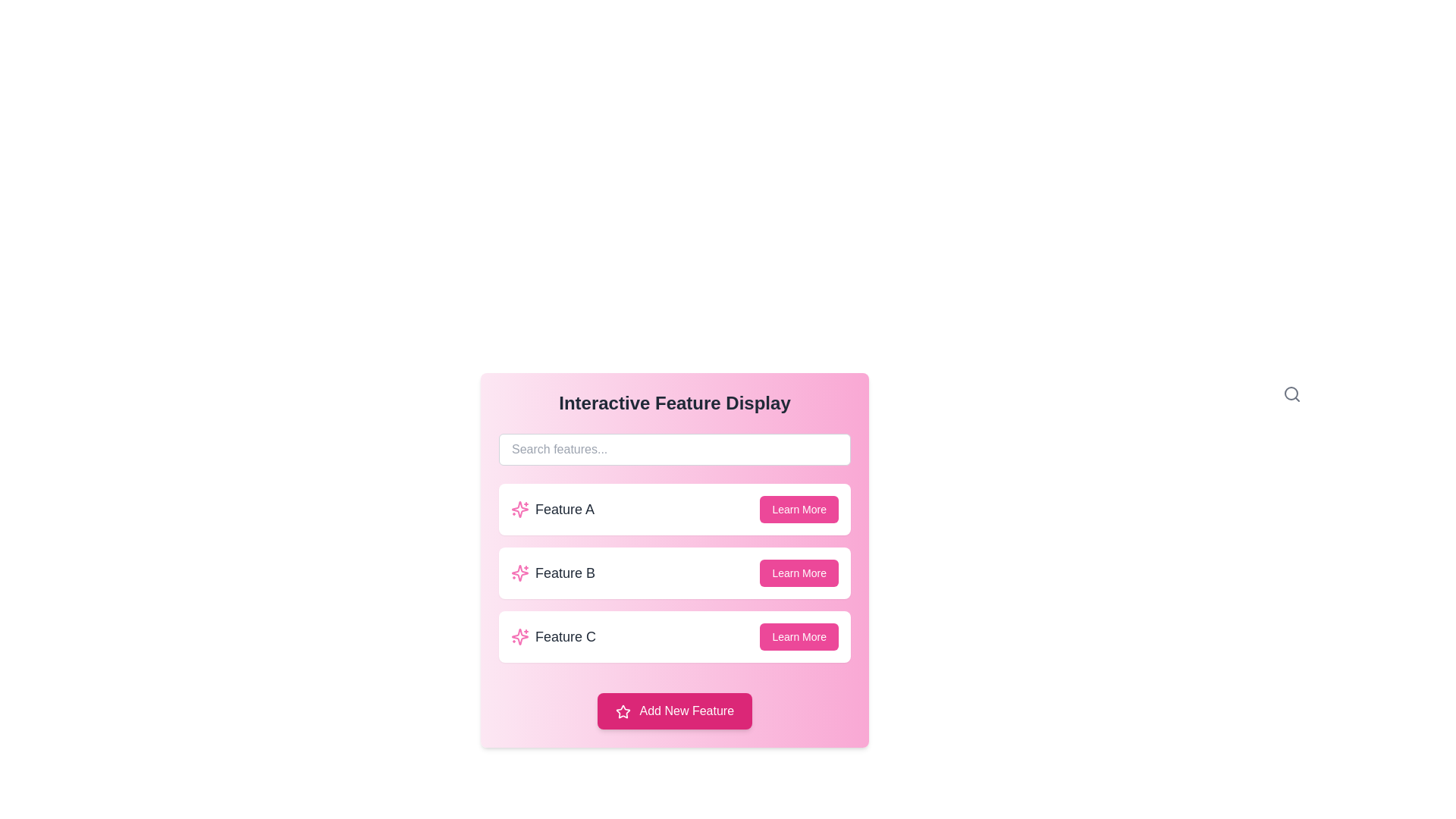 This screenshot has width=1456, height=819. What do you see at coordinates (799, 637) in the screenshot?
I see `the button located in the bottom right corner of the 'Feature C' card` at bounding box center [799, 637].